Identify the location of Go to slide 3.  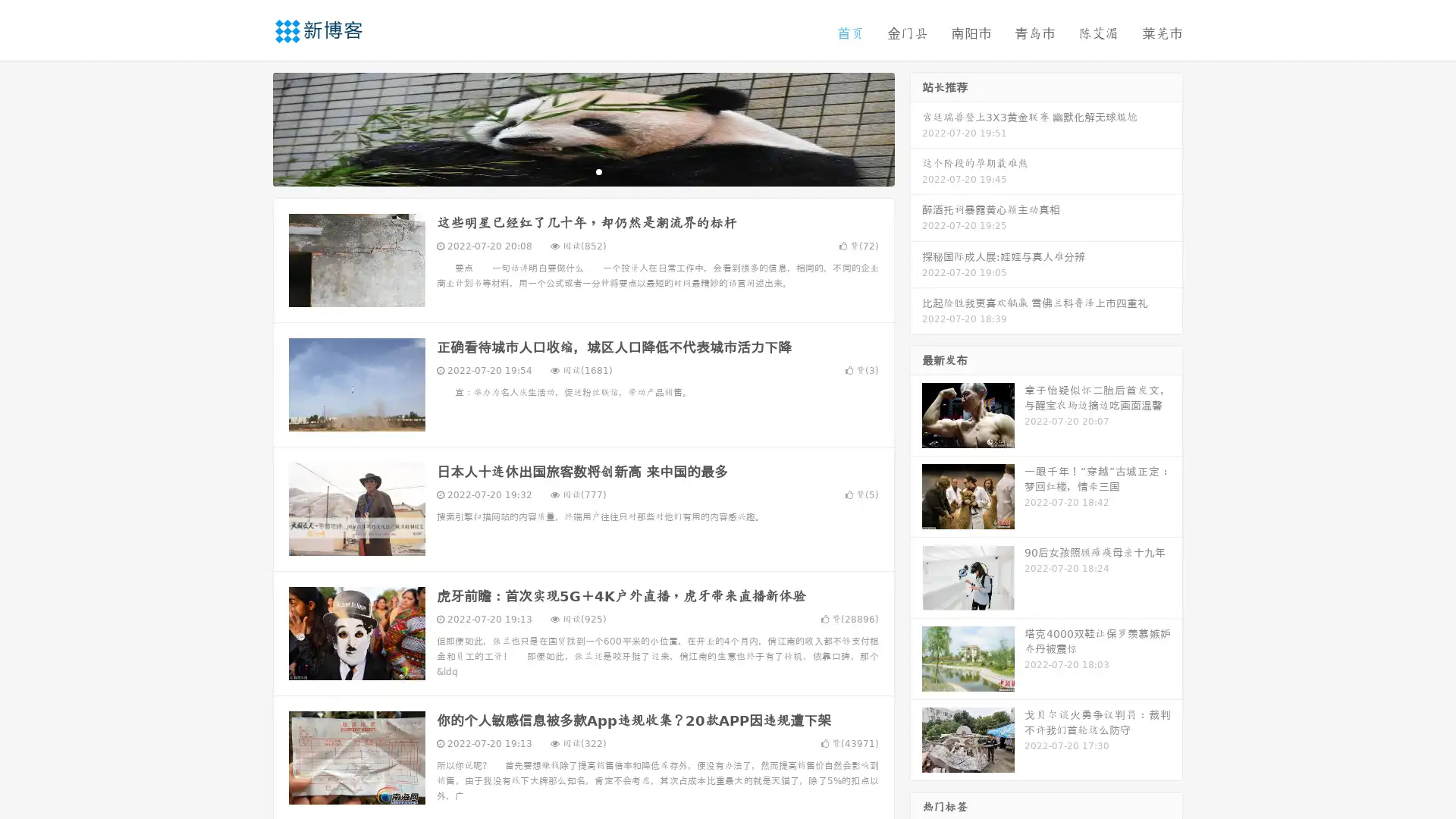
(598, 171).